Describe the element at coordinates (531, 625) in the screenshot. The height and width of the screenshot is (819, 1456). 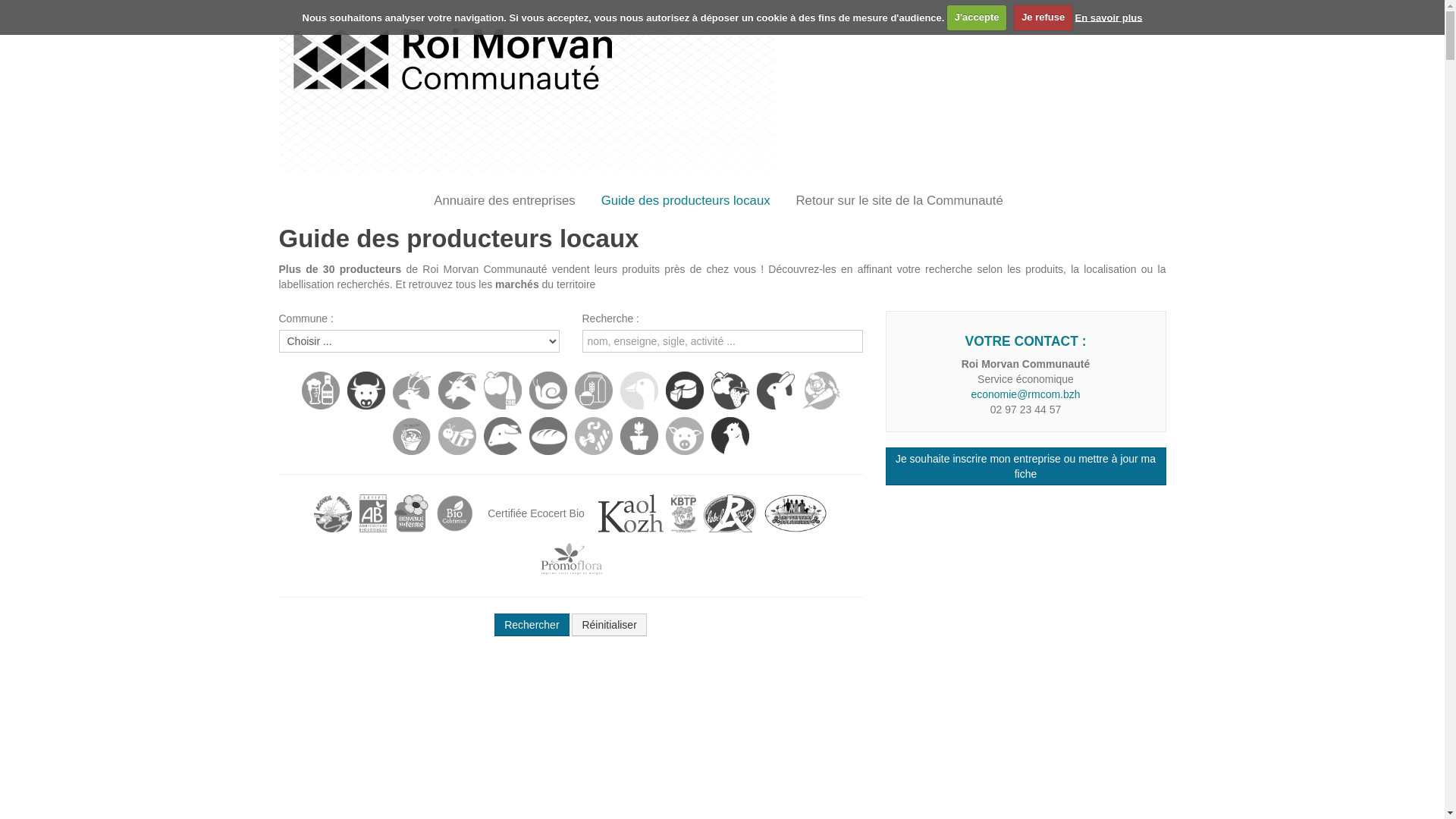
I see `'Rechercher'` at that location.